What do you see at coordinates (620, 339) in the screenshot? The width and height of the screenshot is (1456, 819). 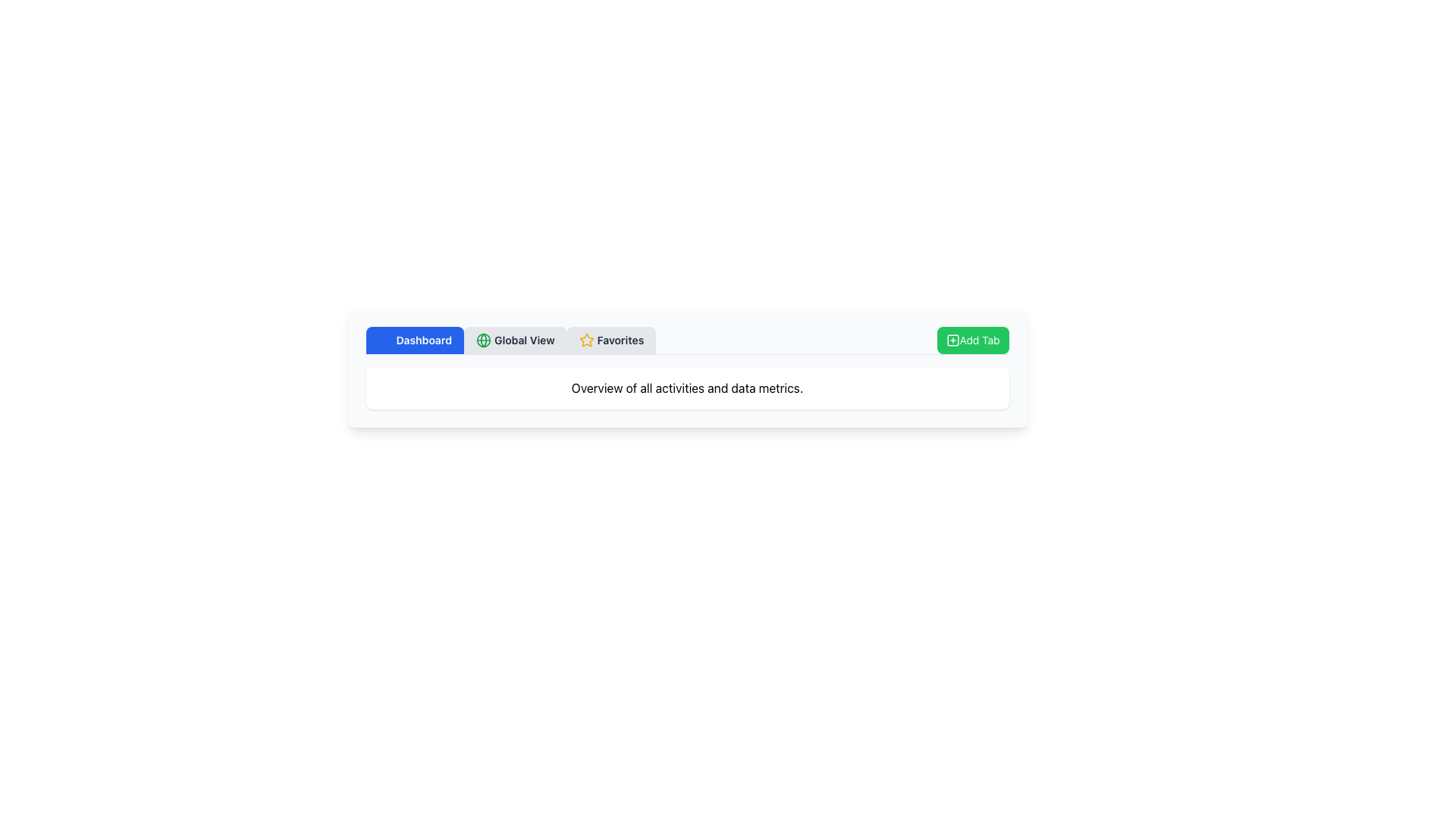 I see `the text label for the third tab` at bounding box center [620, 339].